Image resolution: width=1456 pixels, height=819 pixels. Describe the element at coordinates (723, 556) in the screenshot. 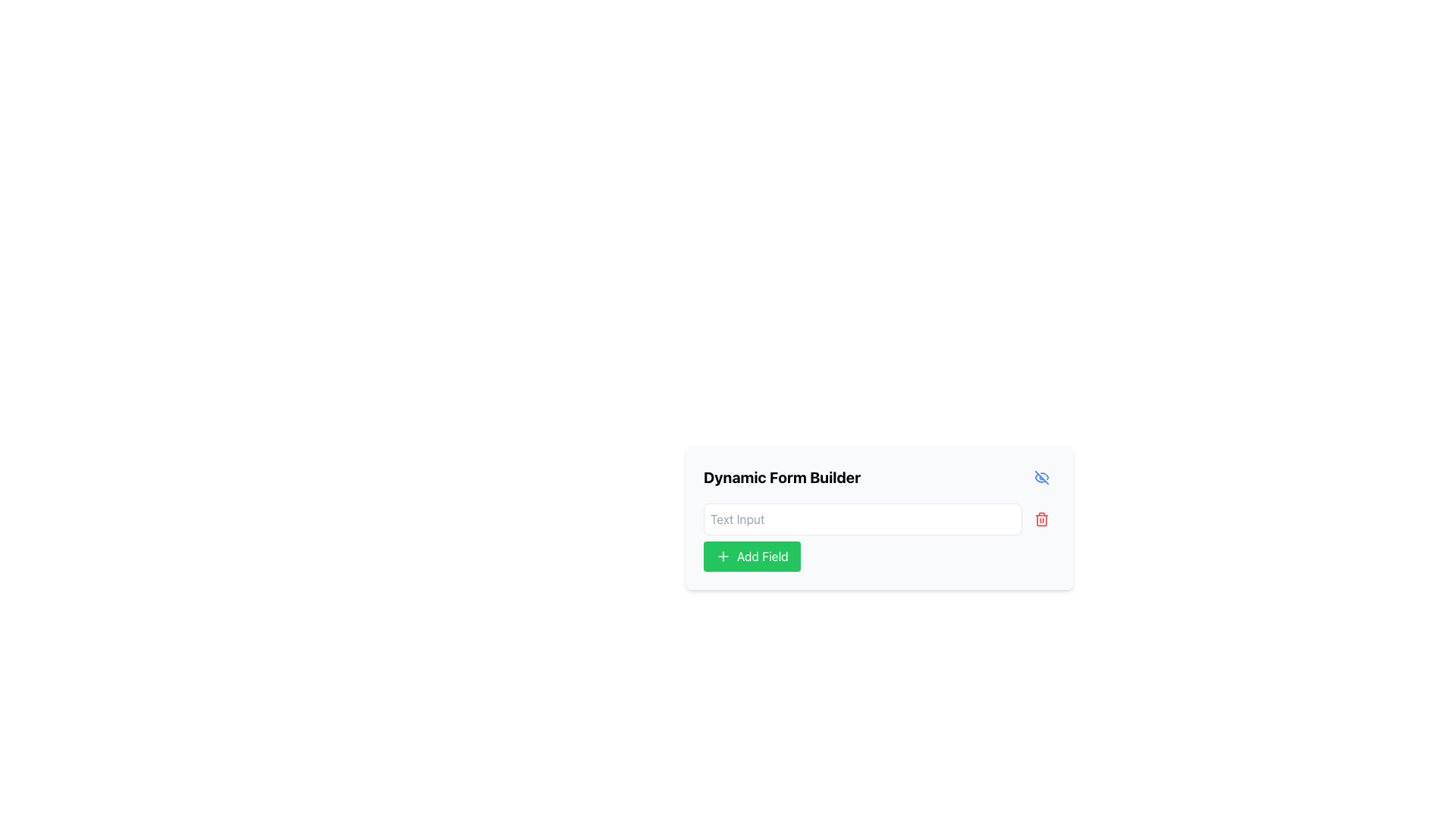

I see `the plus sign icon located to the left of the 'Add Field' text within the green button` at that location.